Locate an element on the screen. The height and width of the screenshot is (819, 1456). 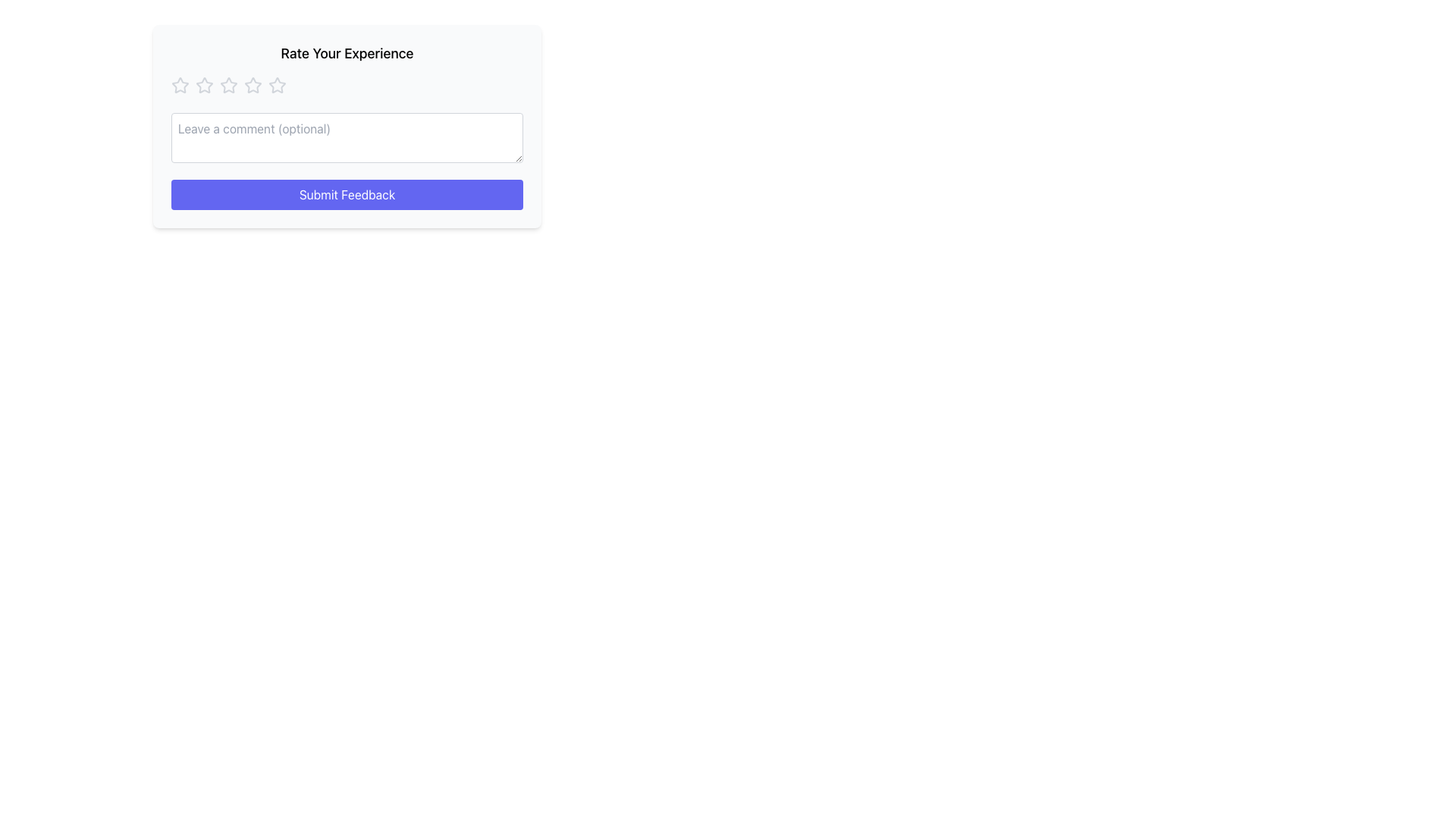
the fourth star in the 5-star rating system is located at coordinates (277, 85).